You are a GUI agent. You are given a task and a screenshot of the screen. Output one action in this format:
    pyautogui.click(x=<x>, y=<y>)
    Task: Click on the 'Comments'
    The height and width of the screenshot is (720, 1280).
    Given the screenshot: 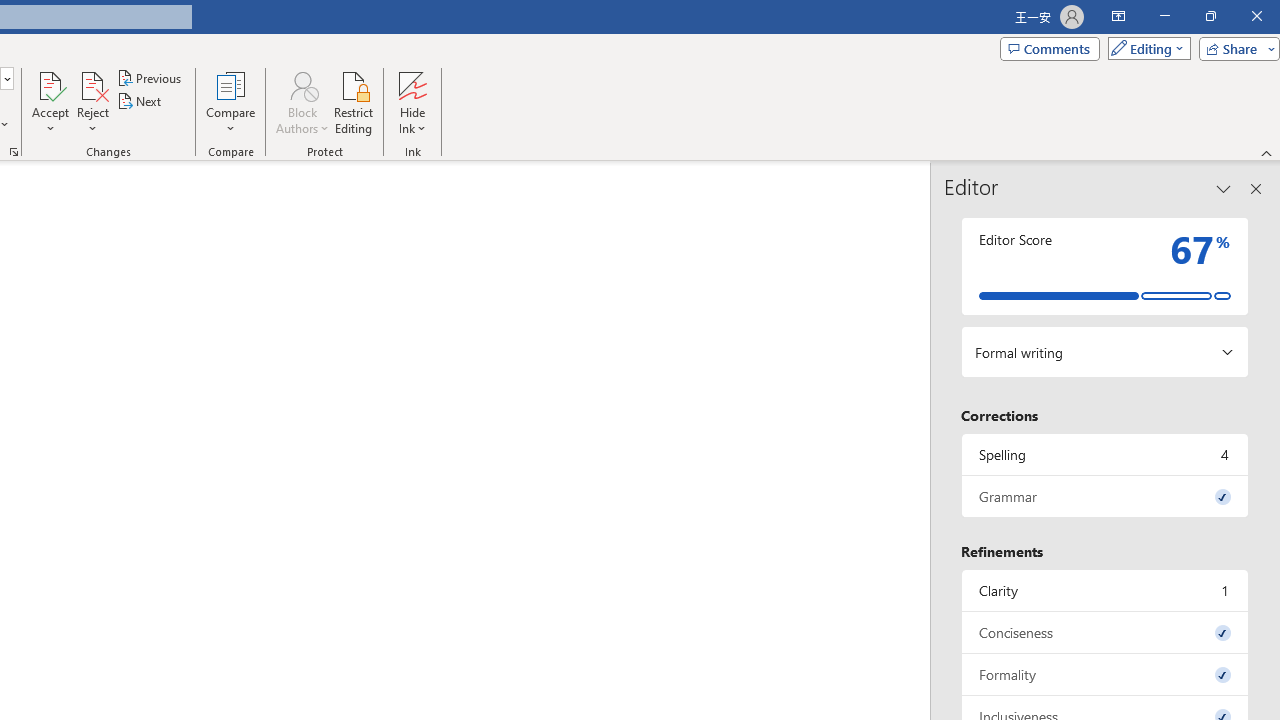 What is the action you would take?
    pyautogui.click(x=1048, y=47)
    